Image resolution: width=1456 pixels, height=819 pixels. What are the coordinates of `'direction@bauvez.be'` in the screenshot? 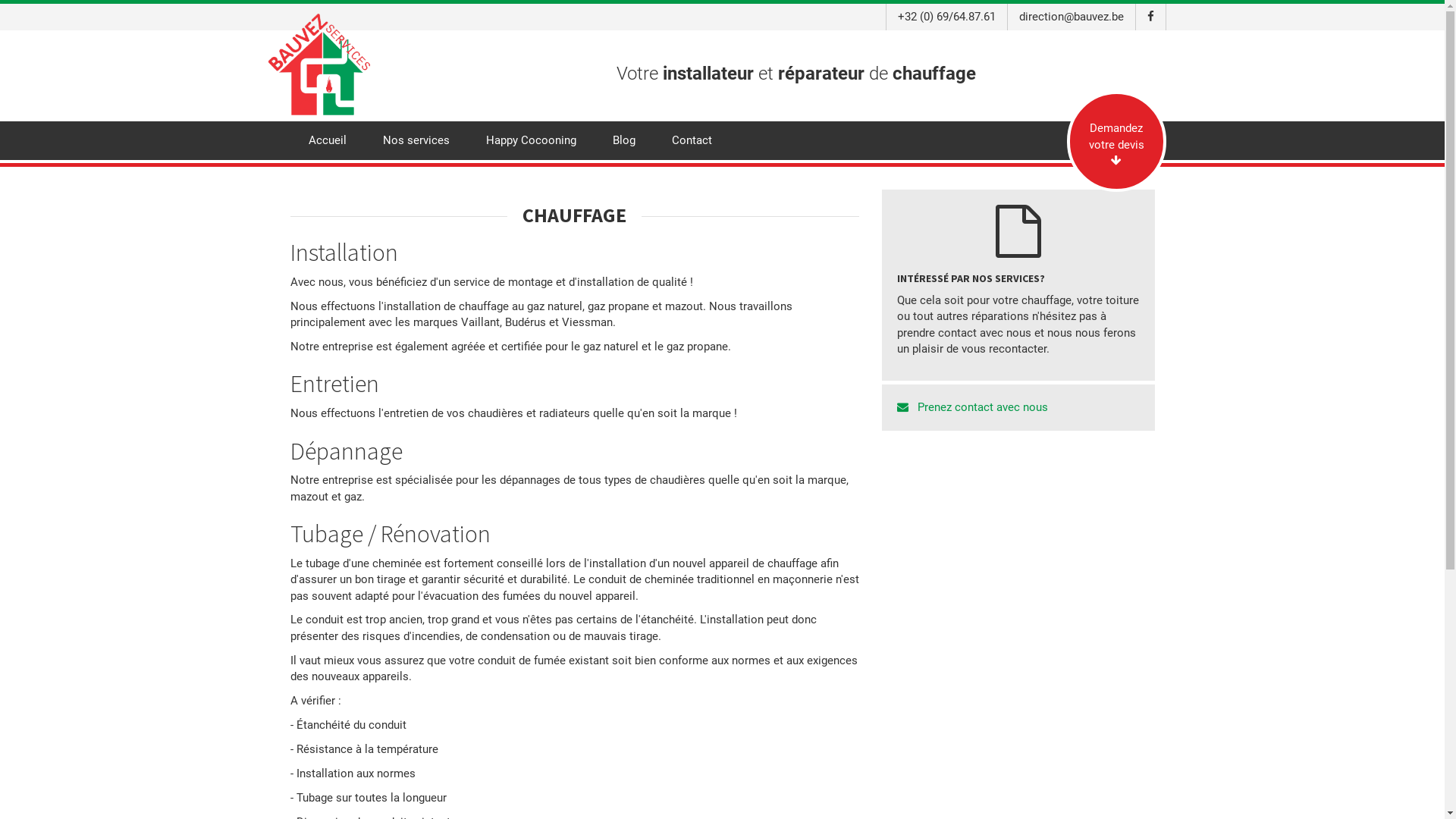 It's located at (1070, 17).